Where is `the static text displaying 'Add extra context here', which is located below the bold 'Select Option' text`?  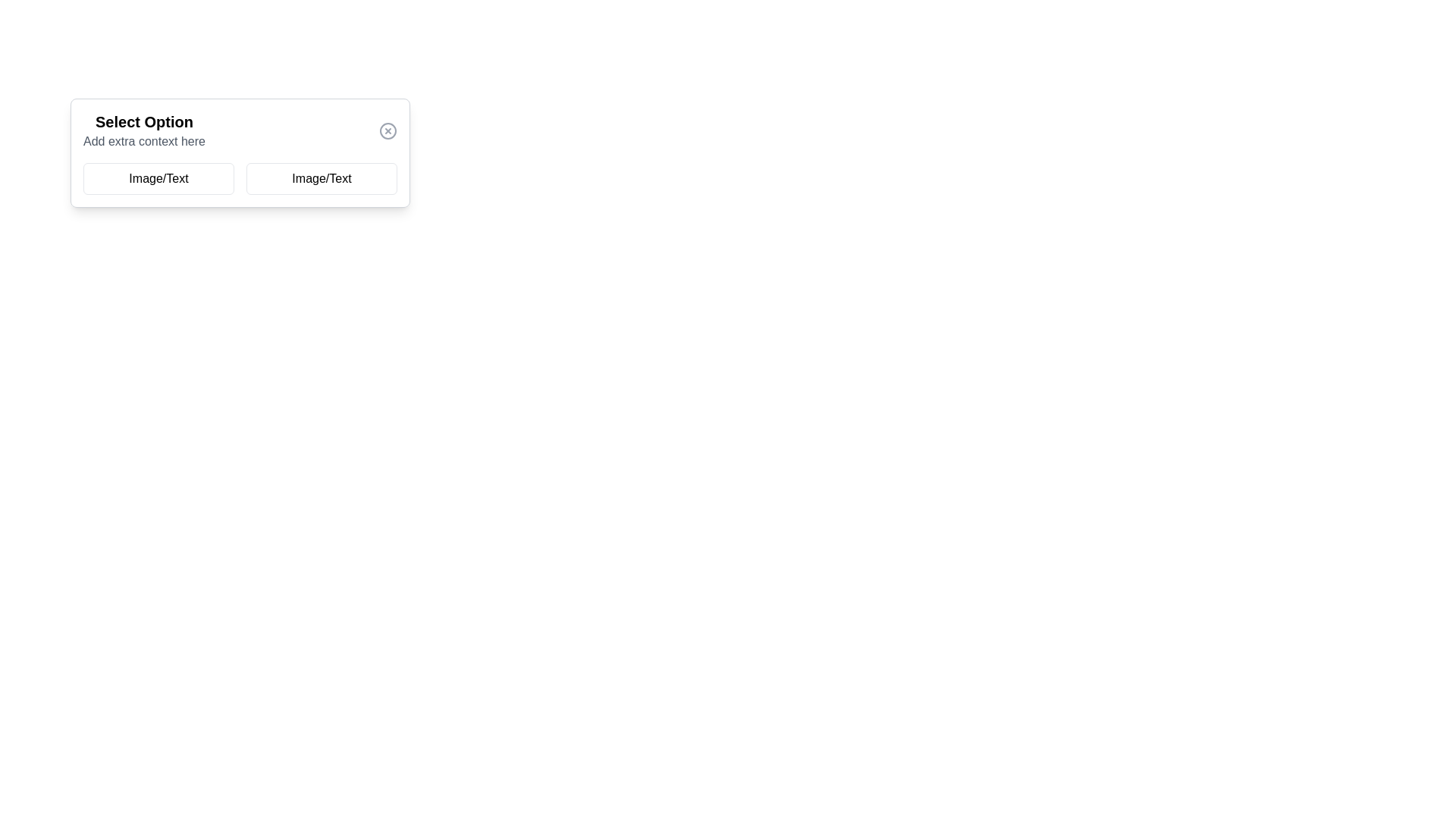 the static text displaying 'Add extra context here', which is located below the bold 'Select Option' text is located at coordinates (144, 141).